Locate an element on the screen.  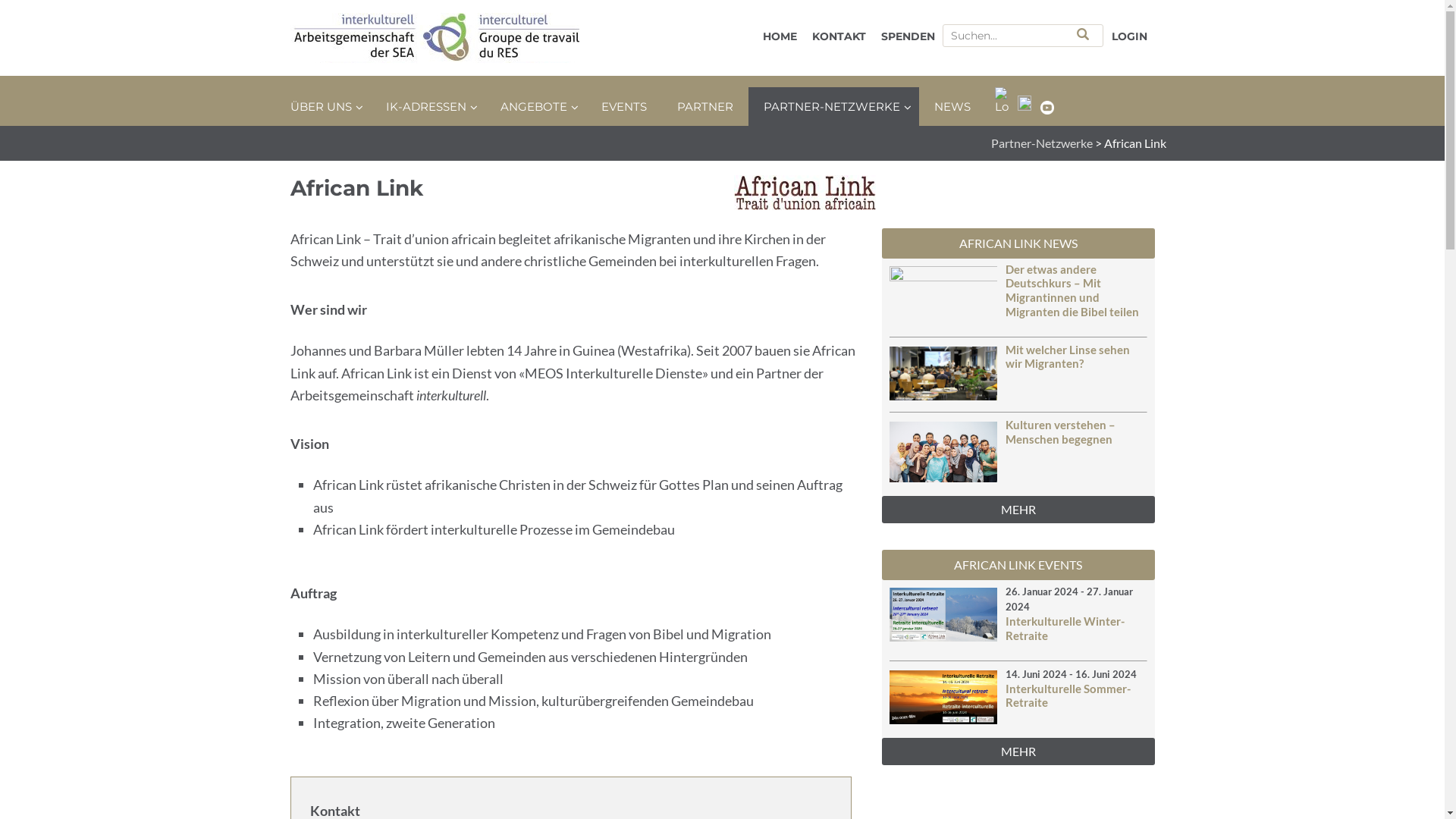
'KONTAKT' is located at coordinates (837, 35).